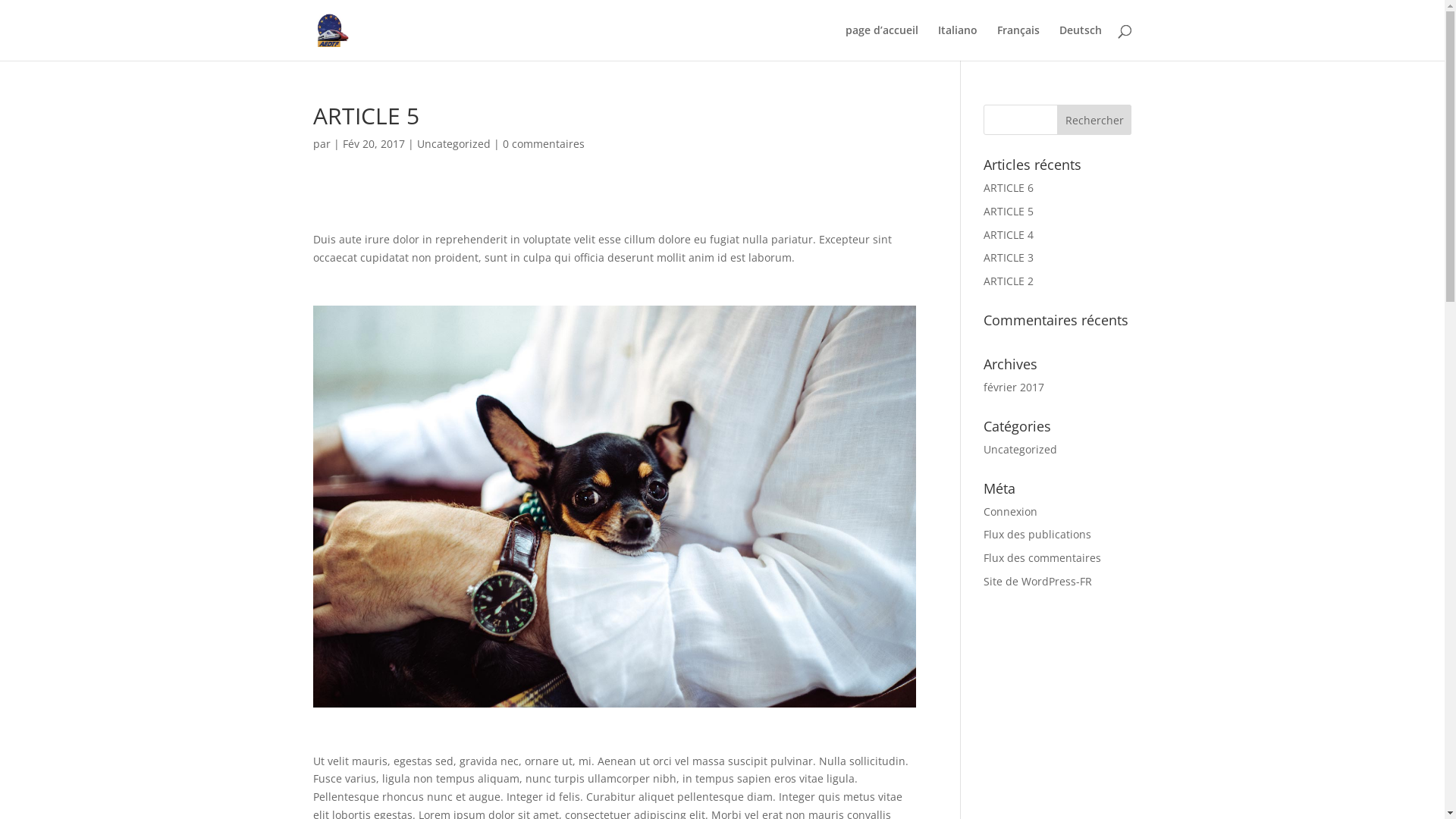 The width and height of the screenshot is (1456, 819). Describe the element at coordinates (983, 533) in the screenshot. I see `'Flux des publications'` at that location.